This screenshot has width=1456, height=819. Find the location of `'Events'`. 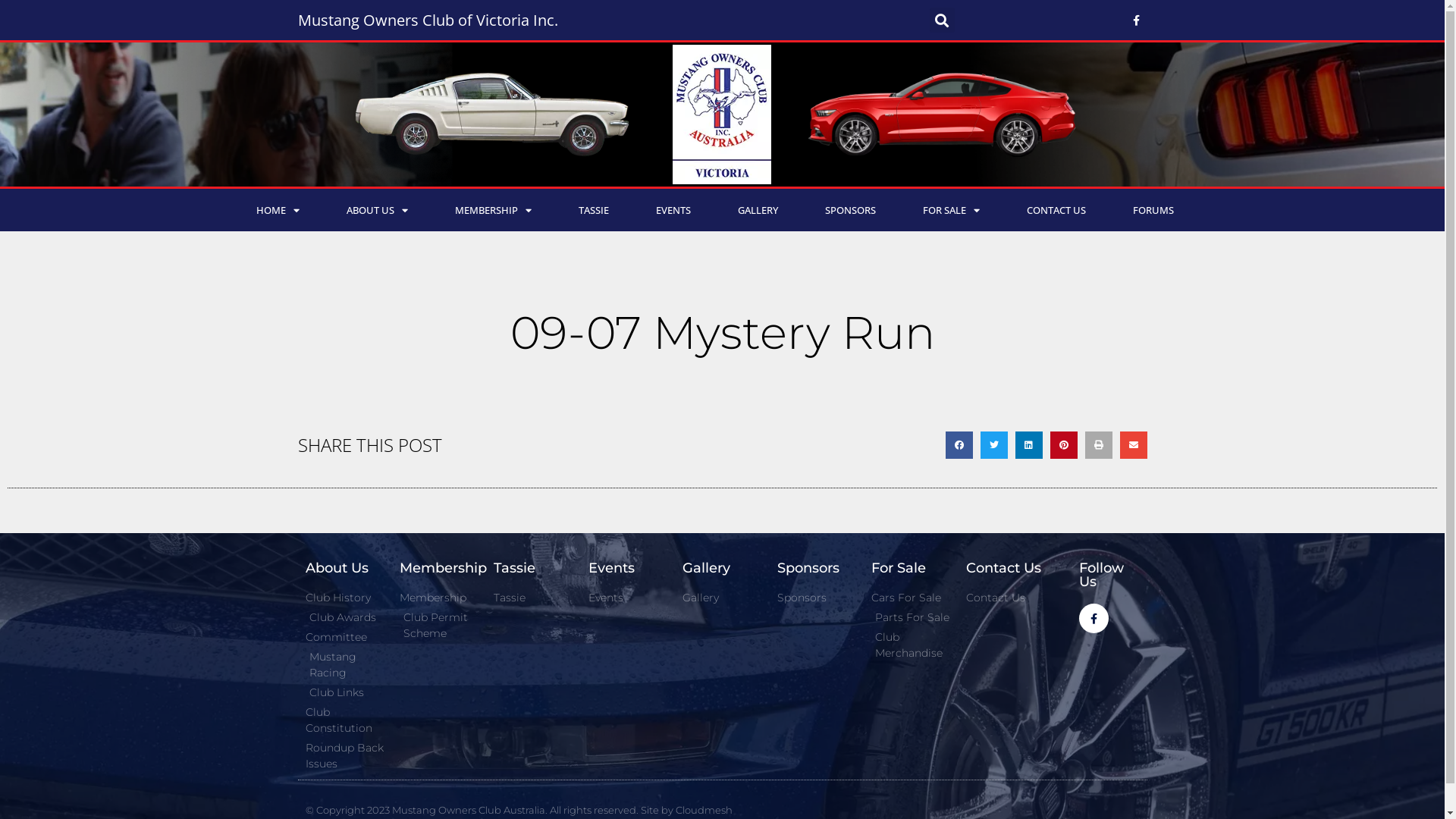

'Events' is located at coordinates (628, 597).